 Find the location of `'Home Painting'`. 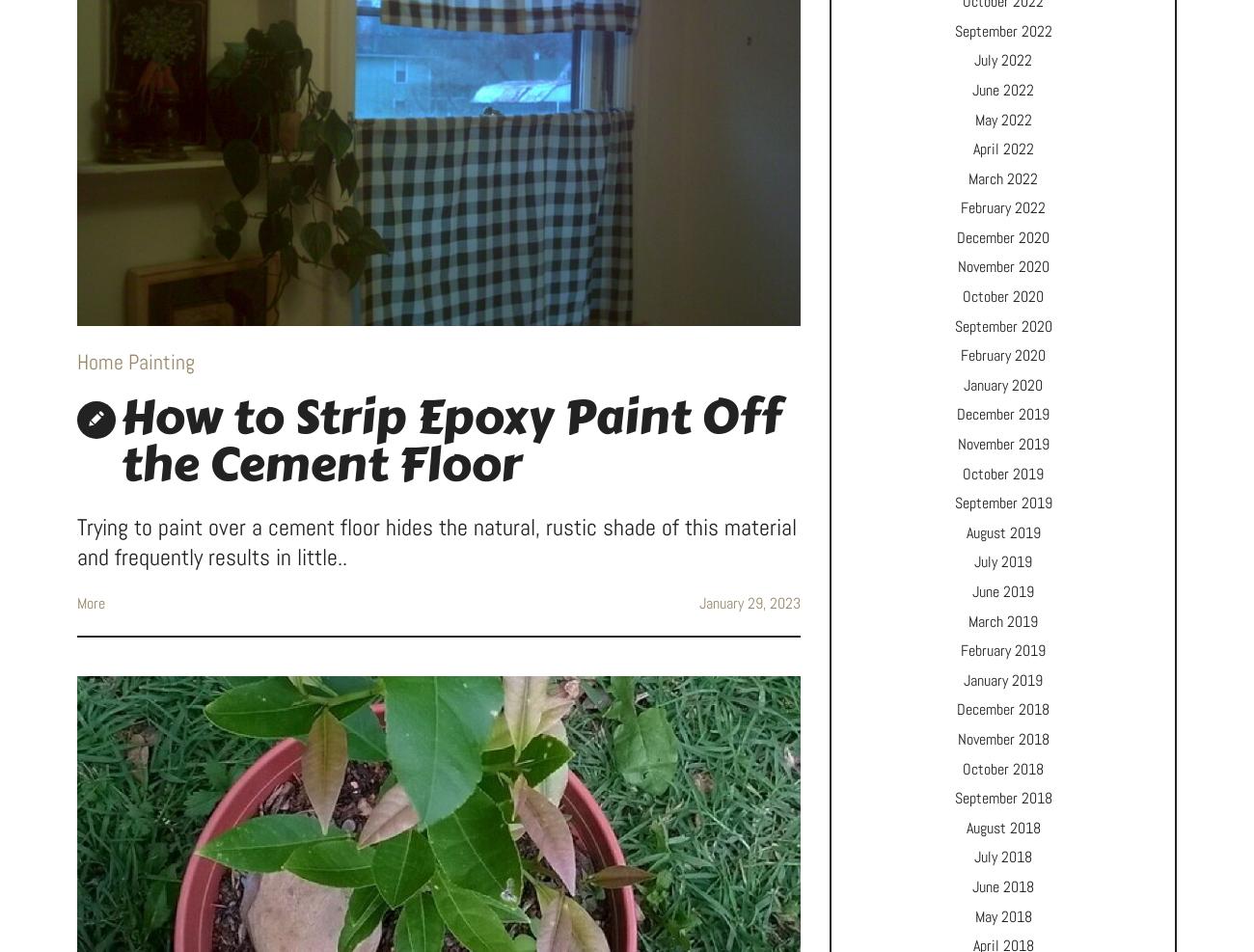

'Home Painting' is located at coordinates (135, 360).